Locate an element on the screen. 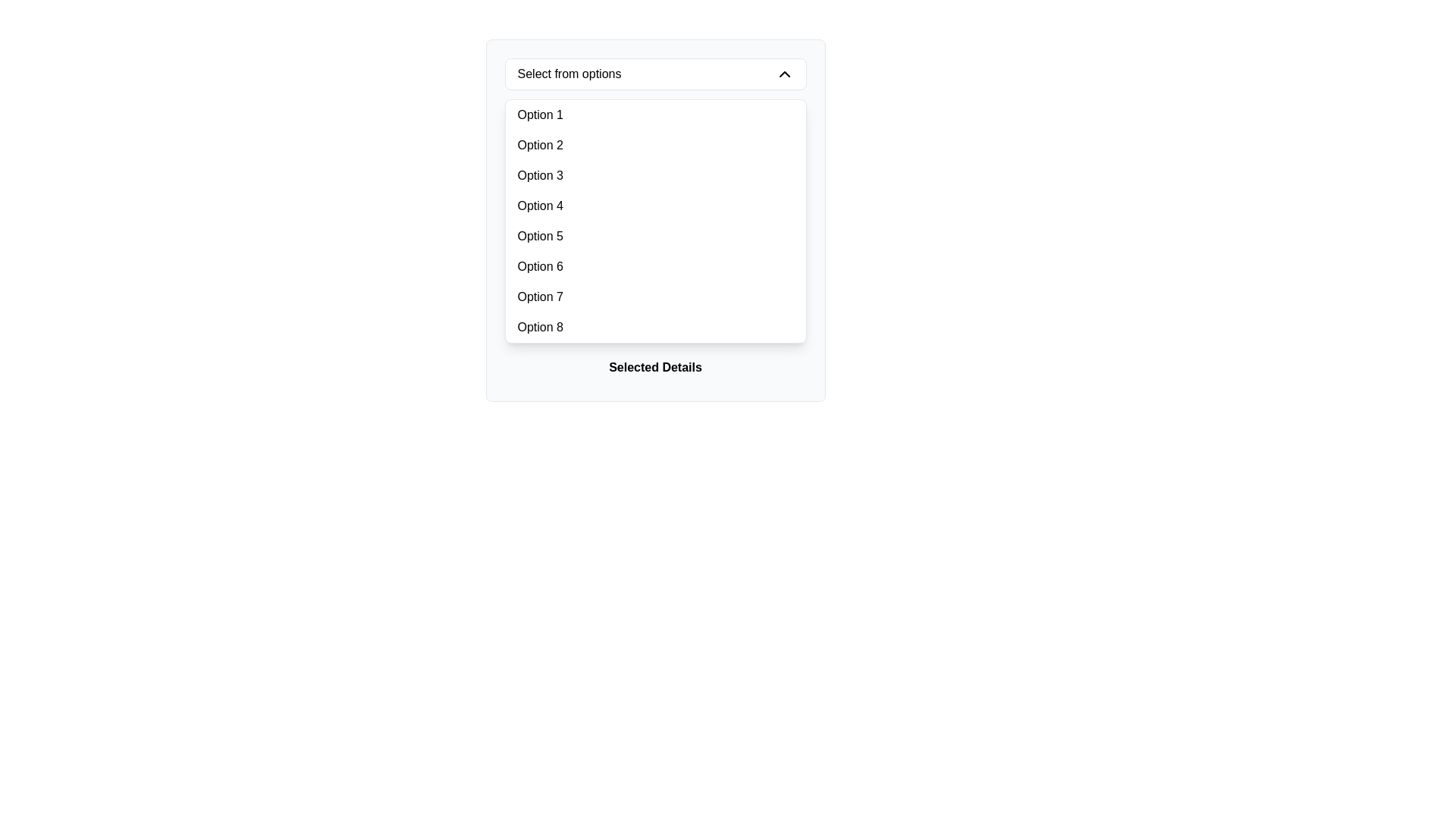  the second option labeled 'Option 2' in the dropdown menu is located at coordinates (655, 146).